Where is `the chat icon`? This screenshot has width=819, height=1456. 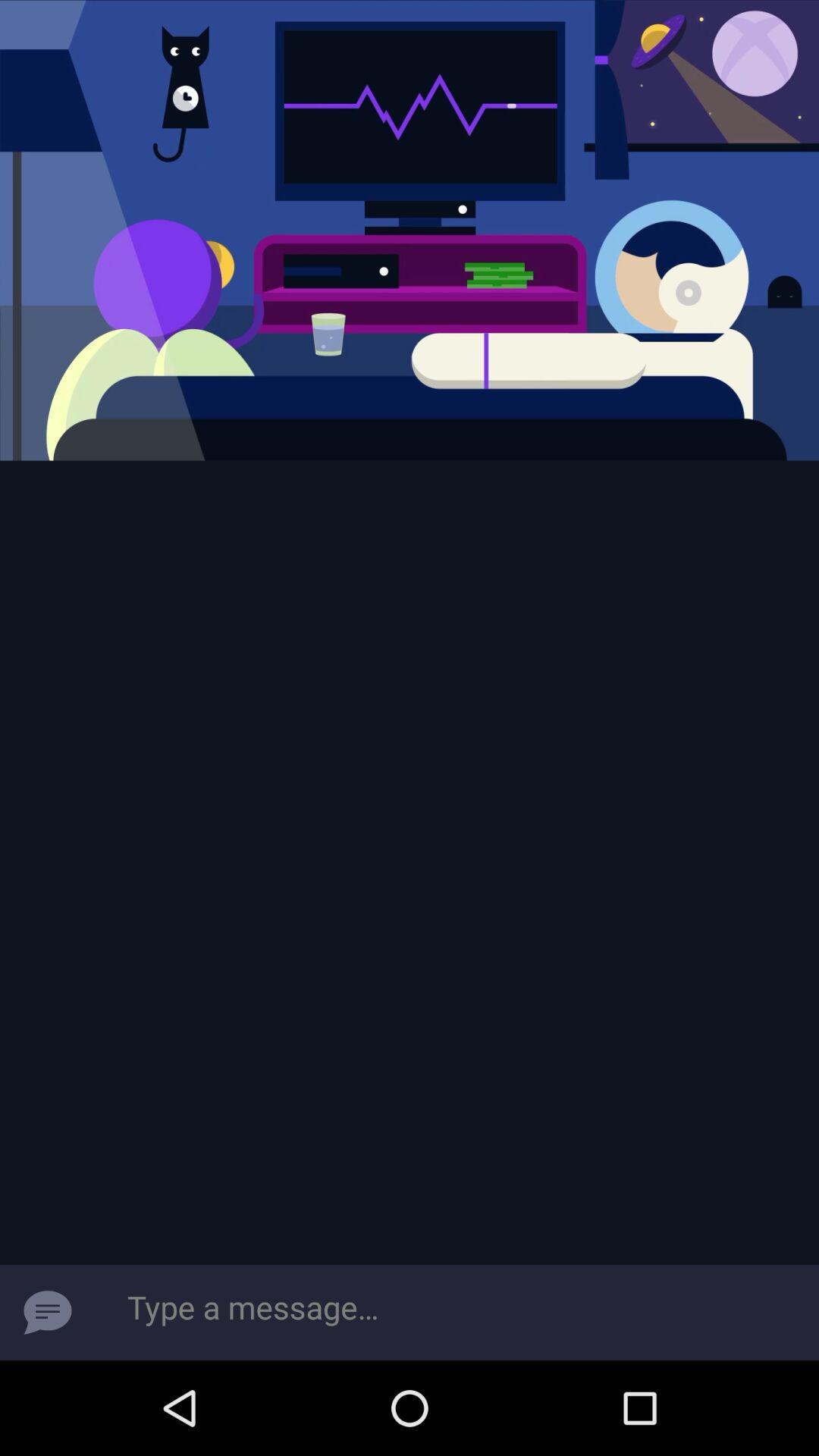 the chat icon is located at coordinates (46, 1312).